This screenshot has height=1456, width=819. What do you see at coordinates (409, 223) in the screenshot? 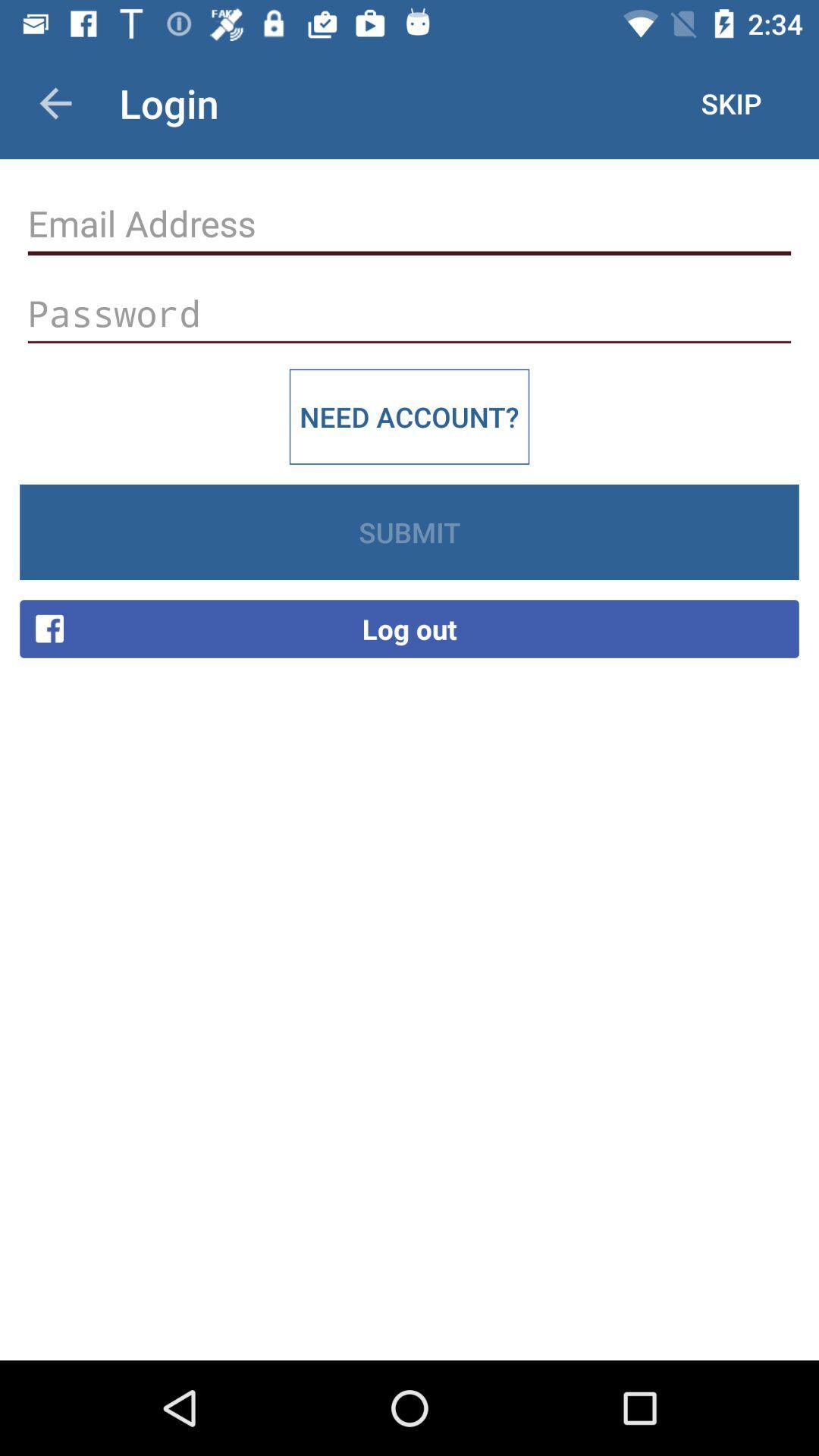
I see `text box` at bounding box center [409, 223].